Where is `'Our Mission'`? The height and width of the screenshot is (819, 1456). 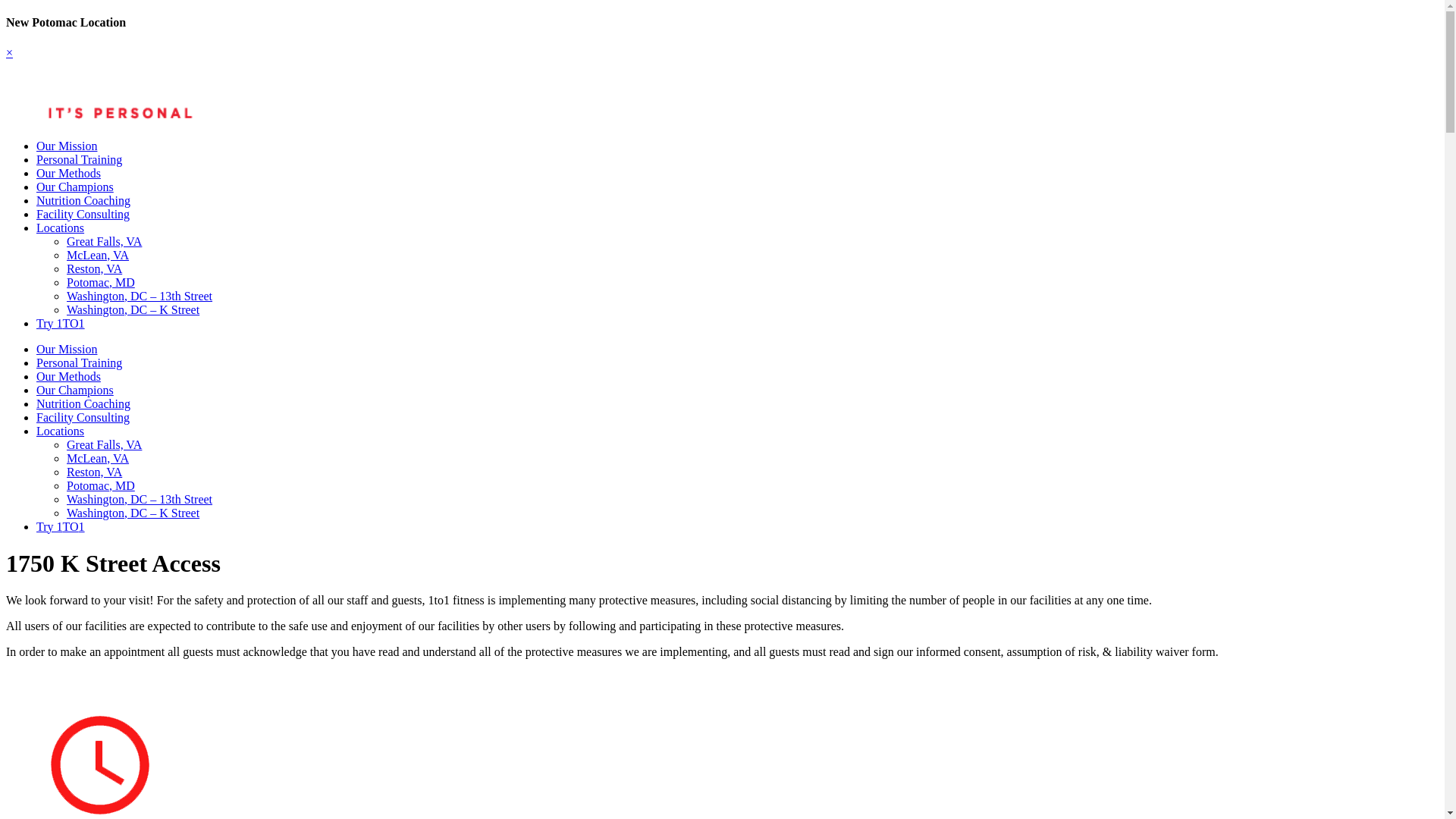
'Our Mission' is located at coordinates (36, 349).